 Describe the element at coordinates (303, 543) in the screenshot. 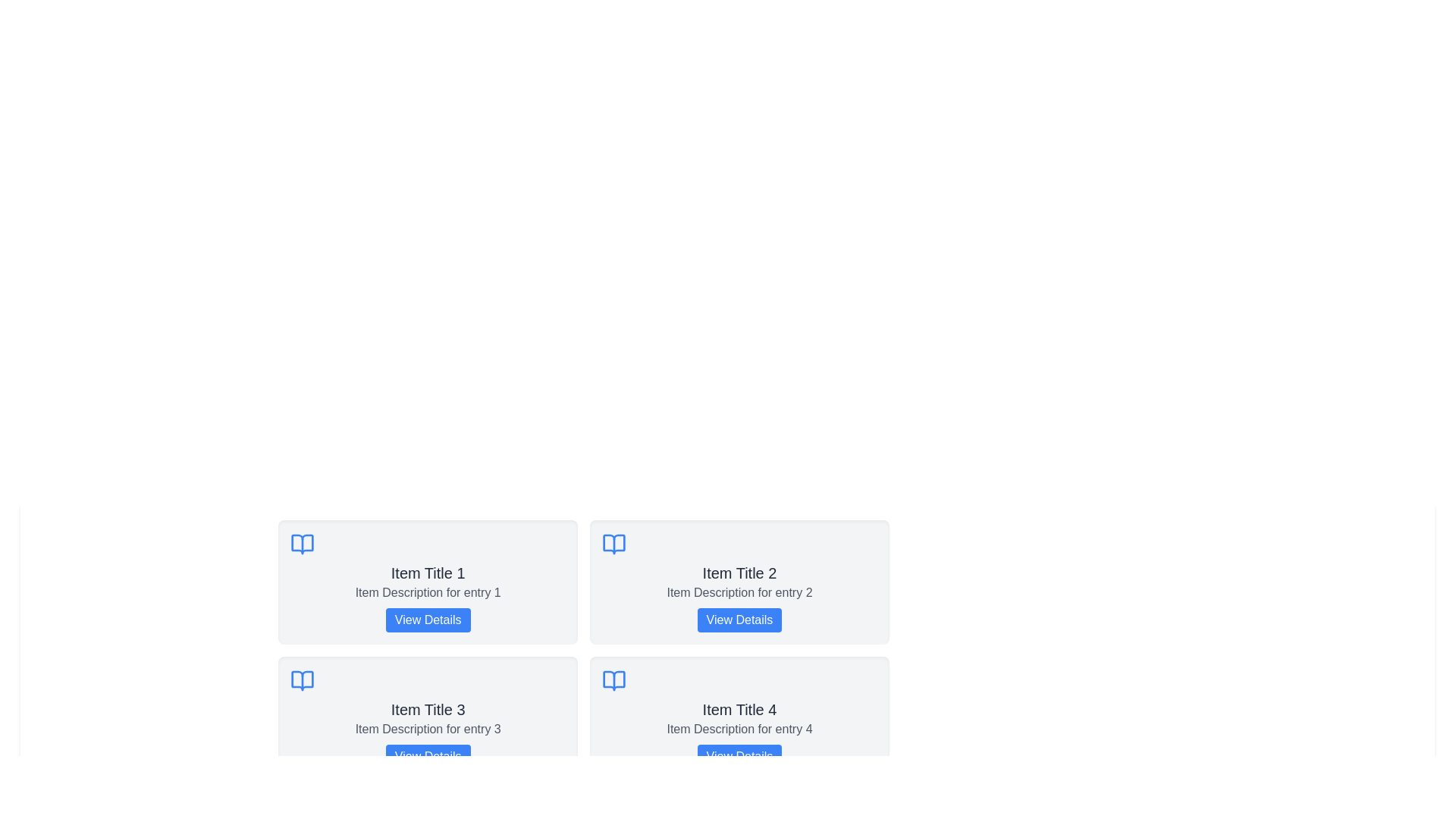

I see `the book-shaped icon with a bright blue color, located above the text 'Item Title 1'` at that location.